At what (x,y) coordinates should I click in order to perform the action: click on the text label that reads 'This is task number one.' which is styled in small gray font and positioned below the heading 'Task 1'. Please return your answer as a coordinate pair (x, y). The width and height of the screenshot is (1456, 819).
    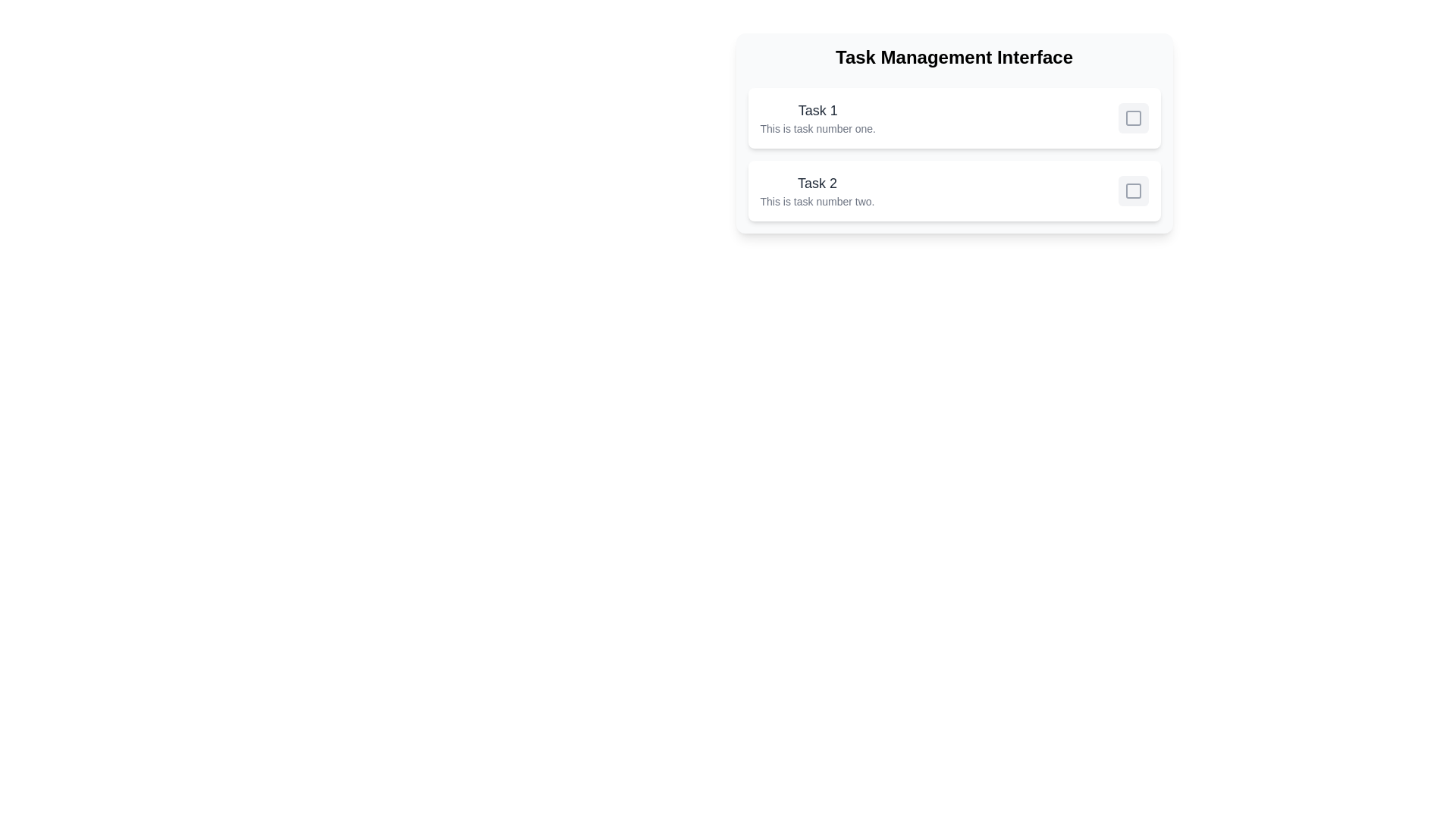
    Looking at the image, I should click on (817, 127).